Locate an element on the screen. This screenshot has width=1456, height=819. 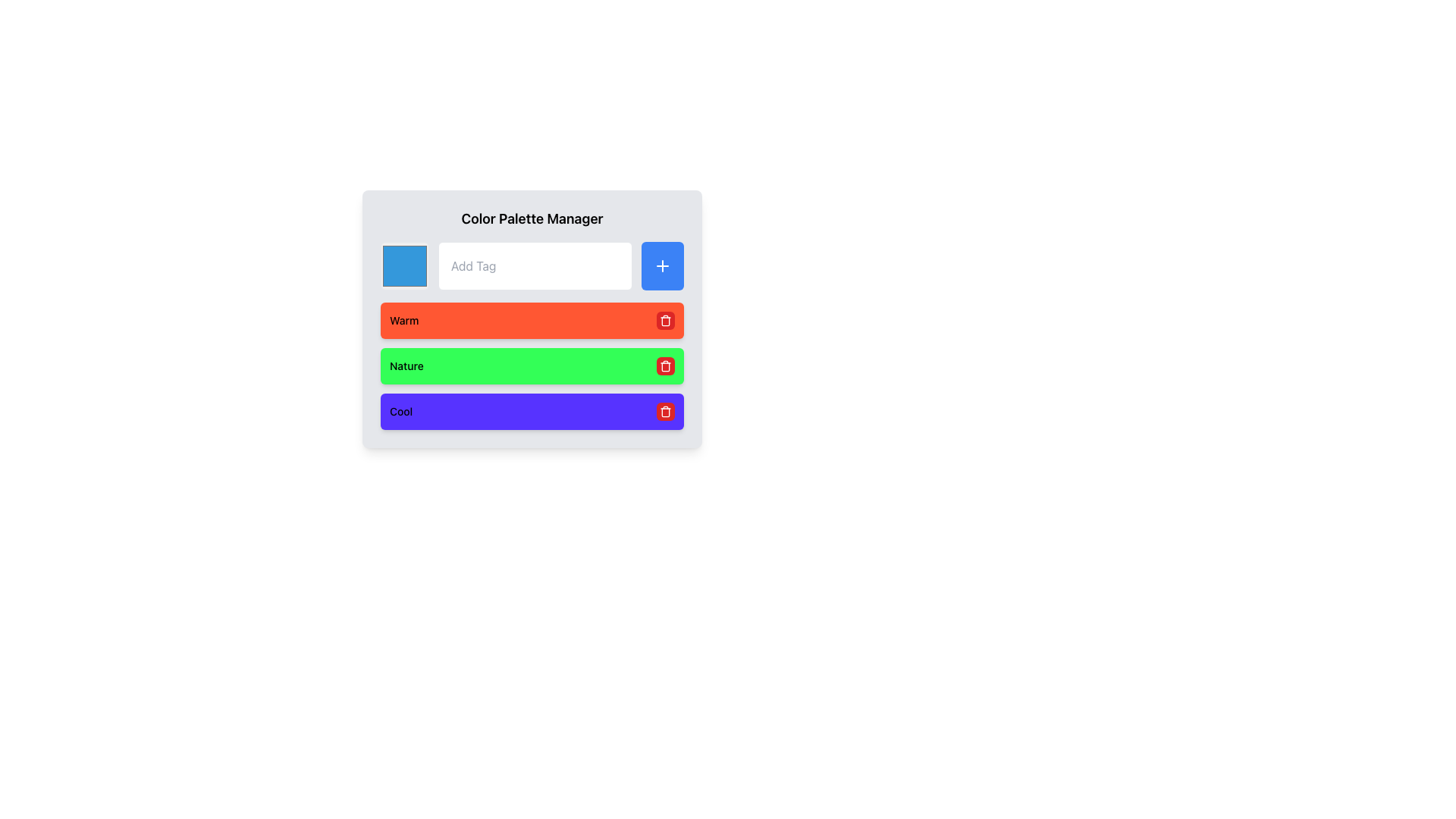
the red circular button with a white trash can icon located at the bottom-most item of the 'Cool' section is located at coordinates (666, 412).